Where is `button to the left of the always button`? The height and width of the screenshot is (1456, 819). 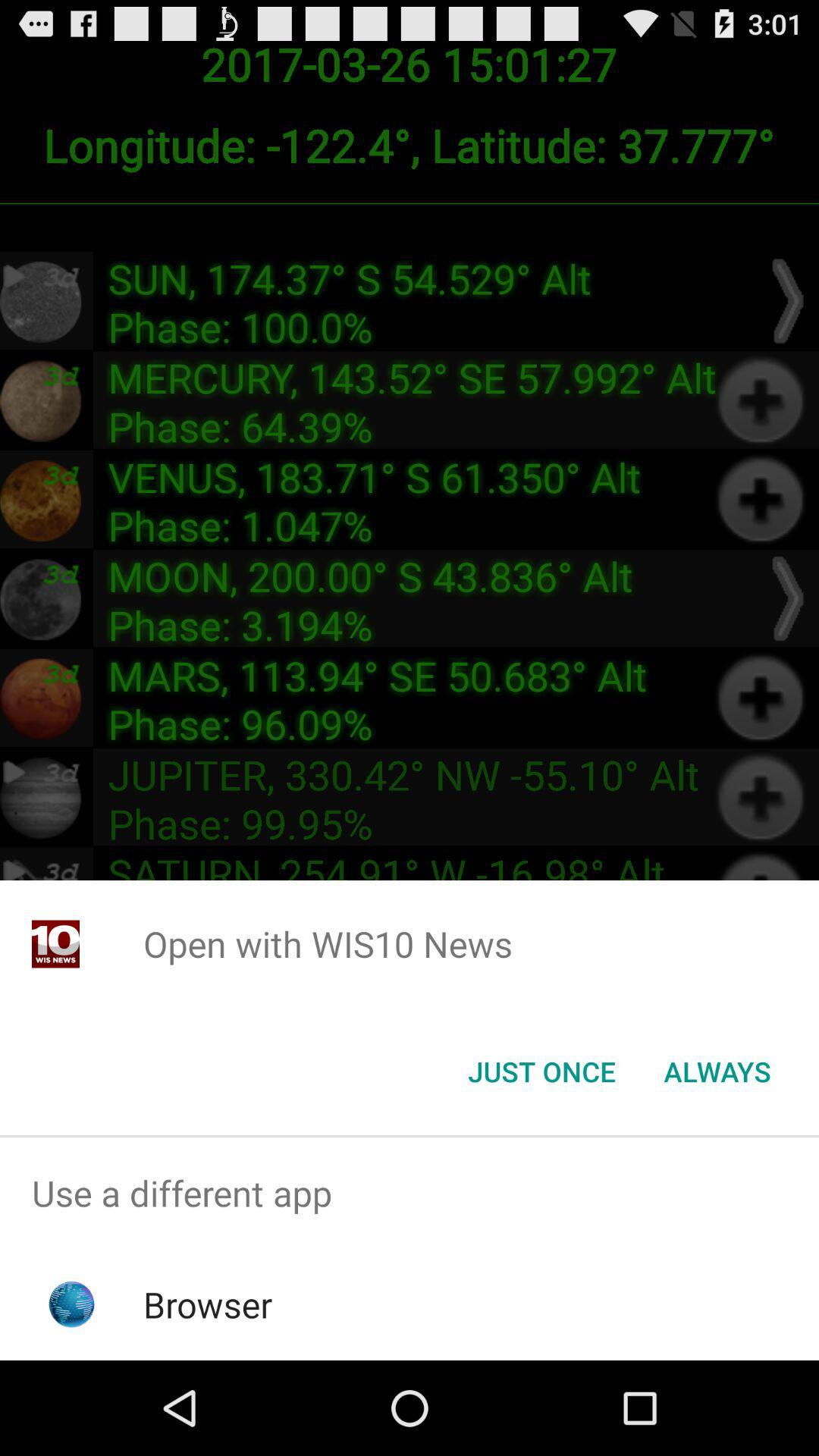
button to the left of the always button is located at coordinates (541, 1070).